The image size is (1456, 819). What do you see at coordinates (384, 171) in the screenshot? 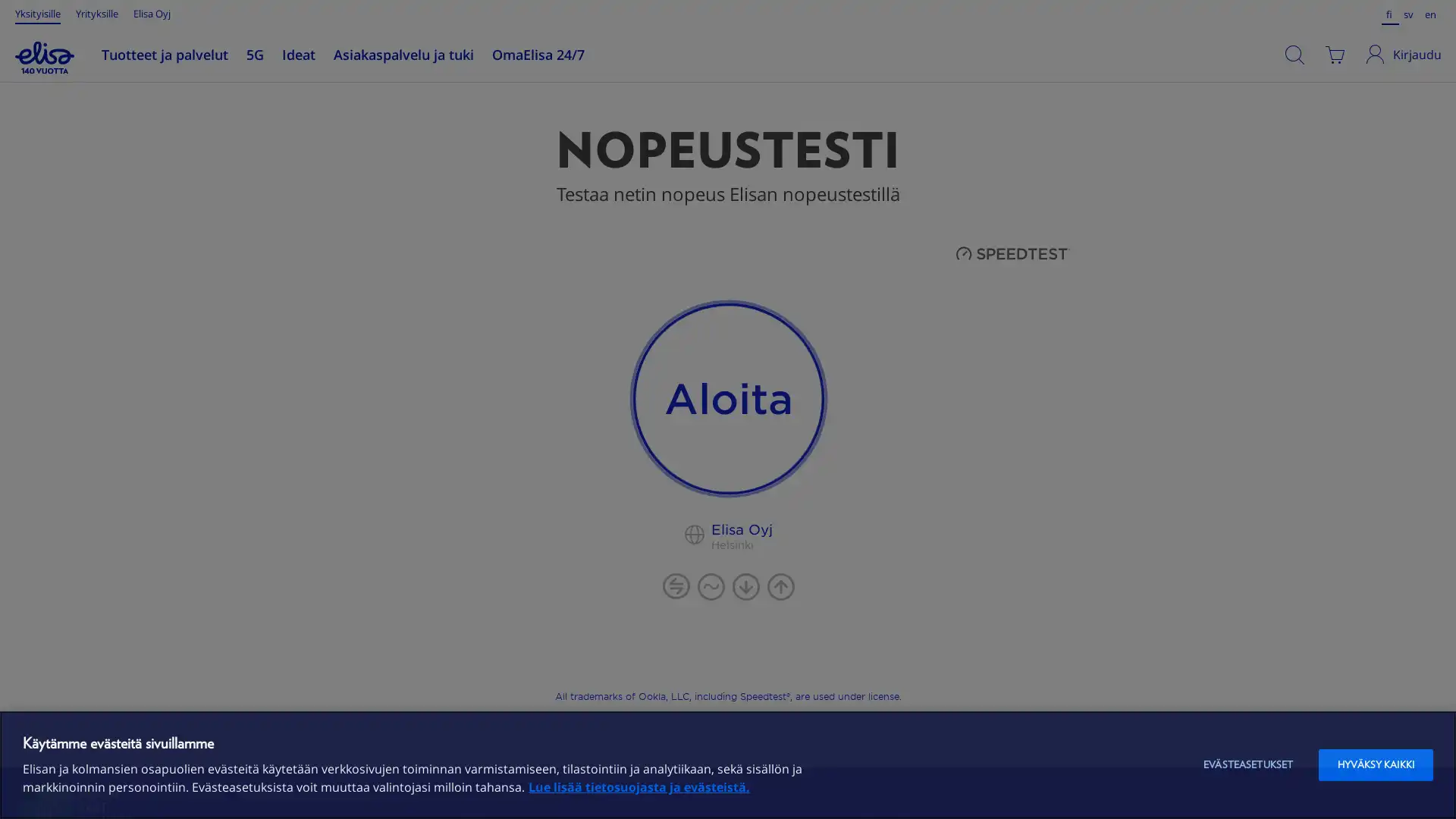
I see `Jatka ostoksia` at bounding box center [384, 171].